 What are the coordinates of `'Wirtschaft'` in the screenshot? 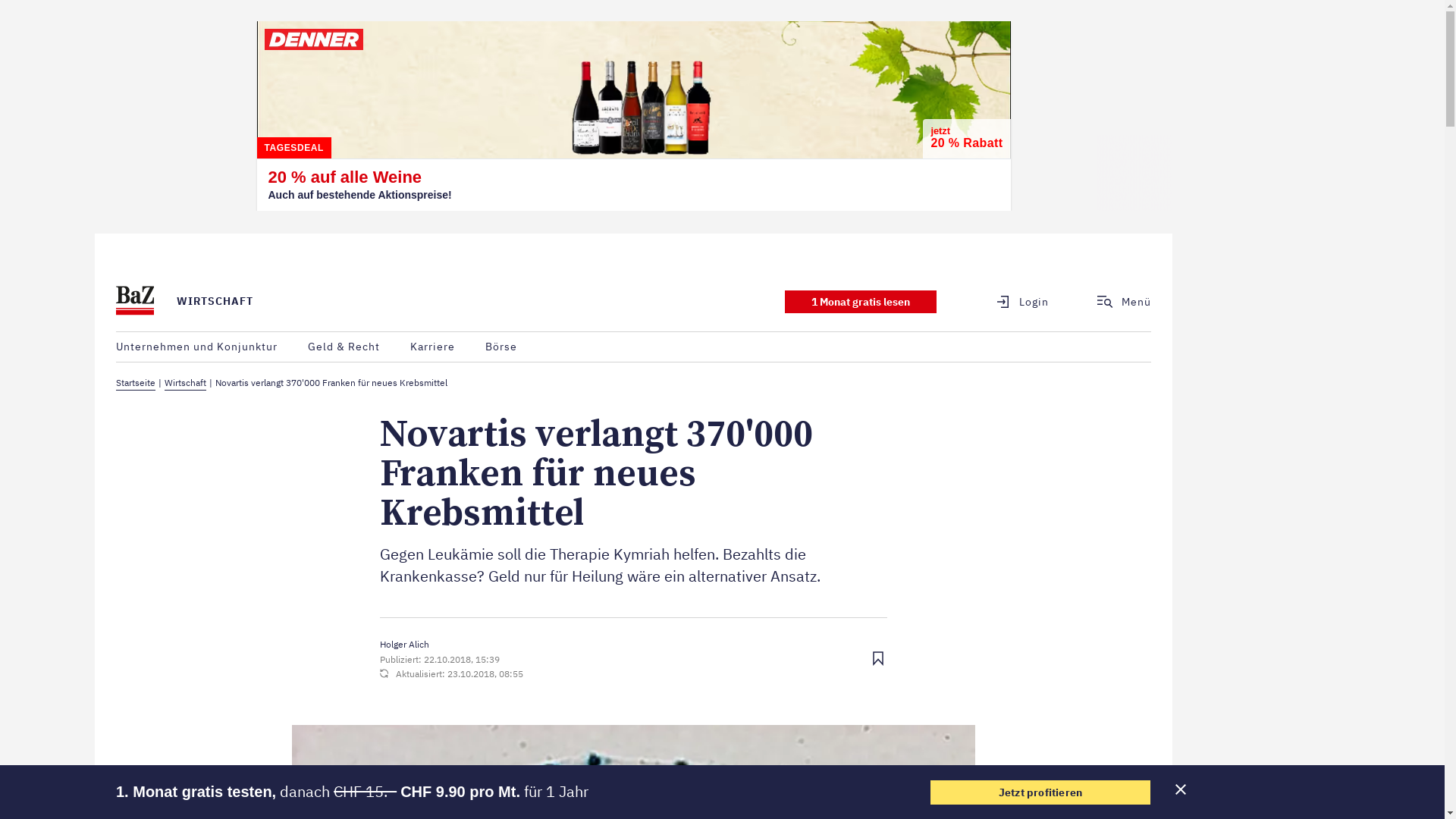 It's located at (184, 382).